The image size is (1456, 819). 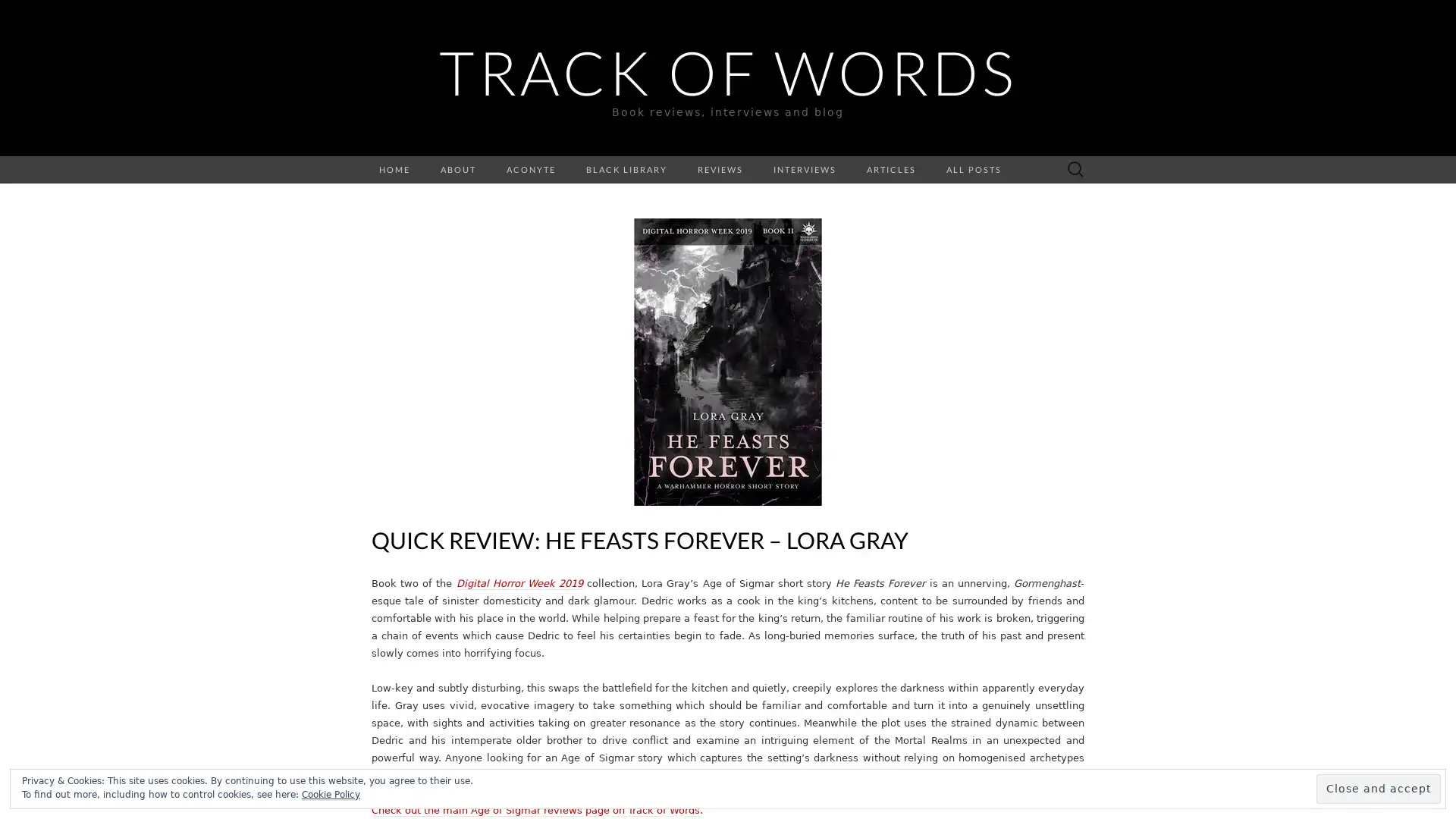 What do you see at coordinates (1379, 788) in the screenshot?
I see `Close and accept` at bounding box center [1379, 788].